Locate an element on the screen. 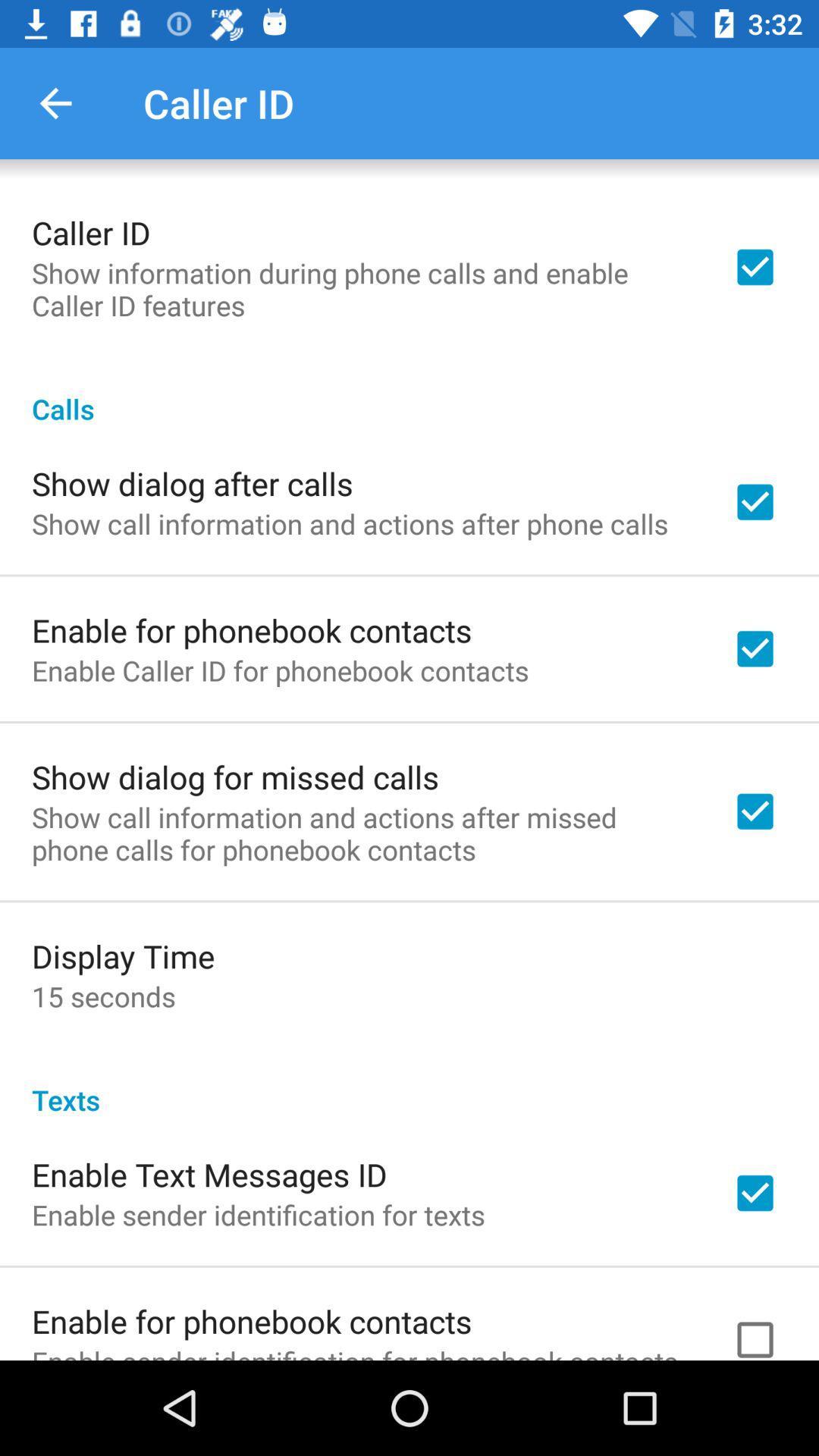 This screenshot has height=1456, width=819. item below the texts item is located at coordinates (209, 1173).